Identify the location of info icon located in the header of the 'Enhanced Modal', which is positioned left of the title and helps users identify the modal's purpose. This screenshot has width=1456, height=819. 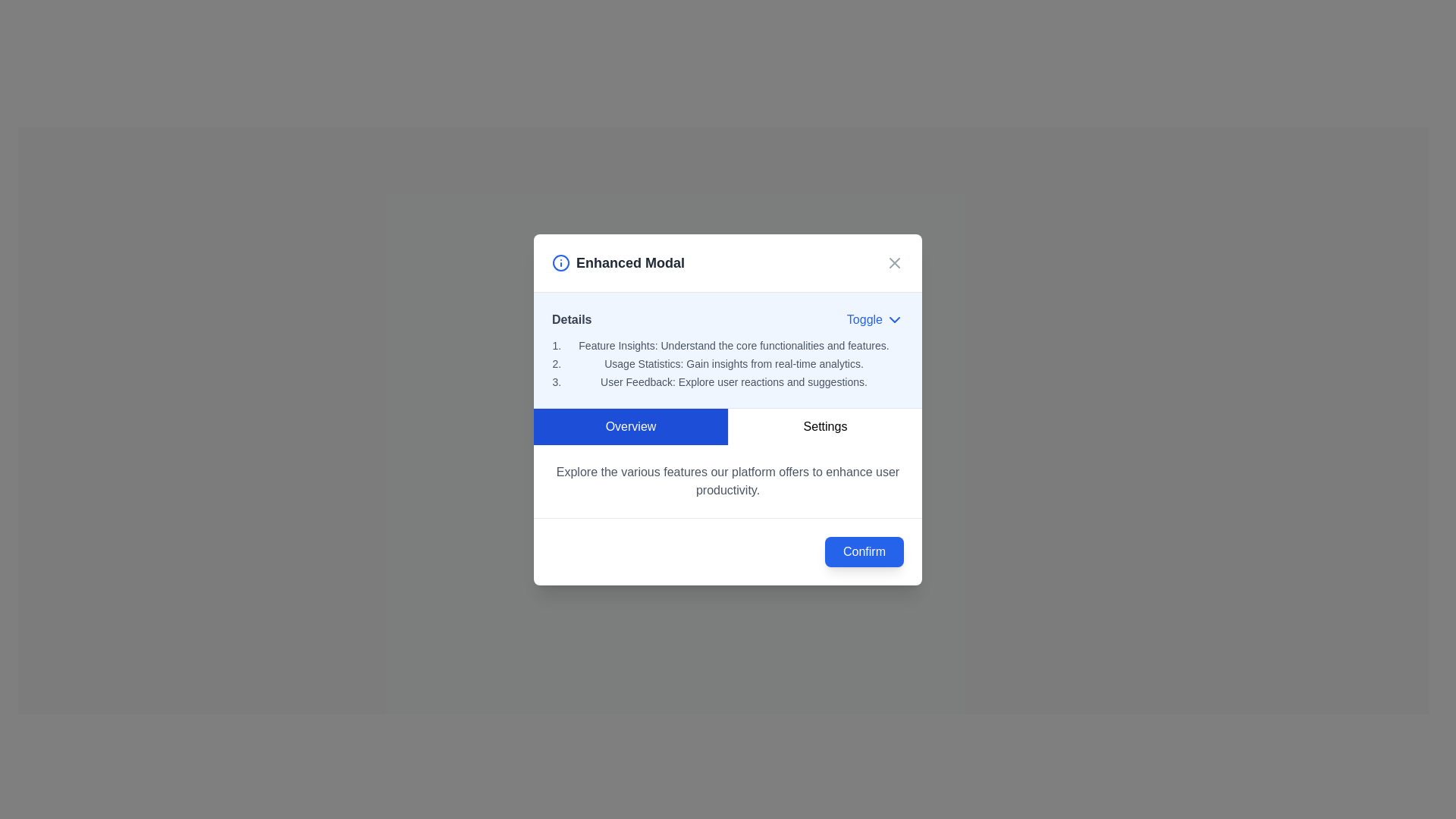
(728, 262).